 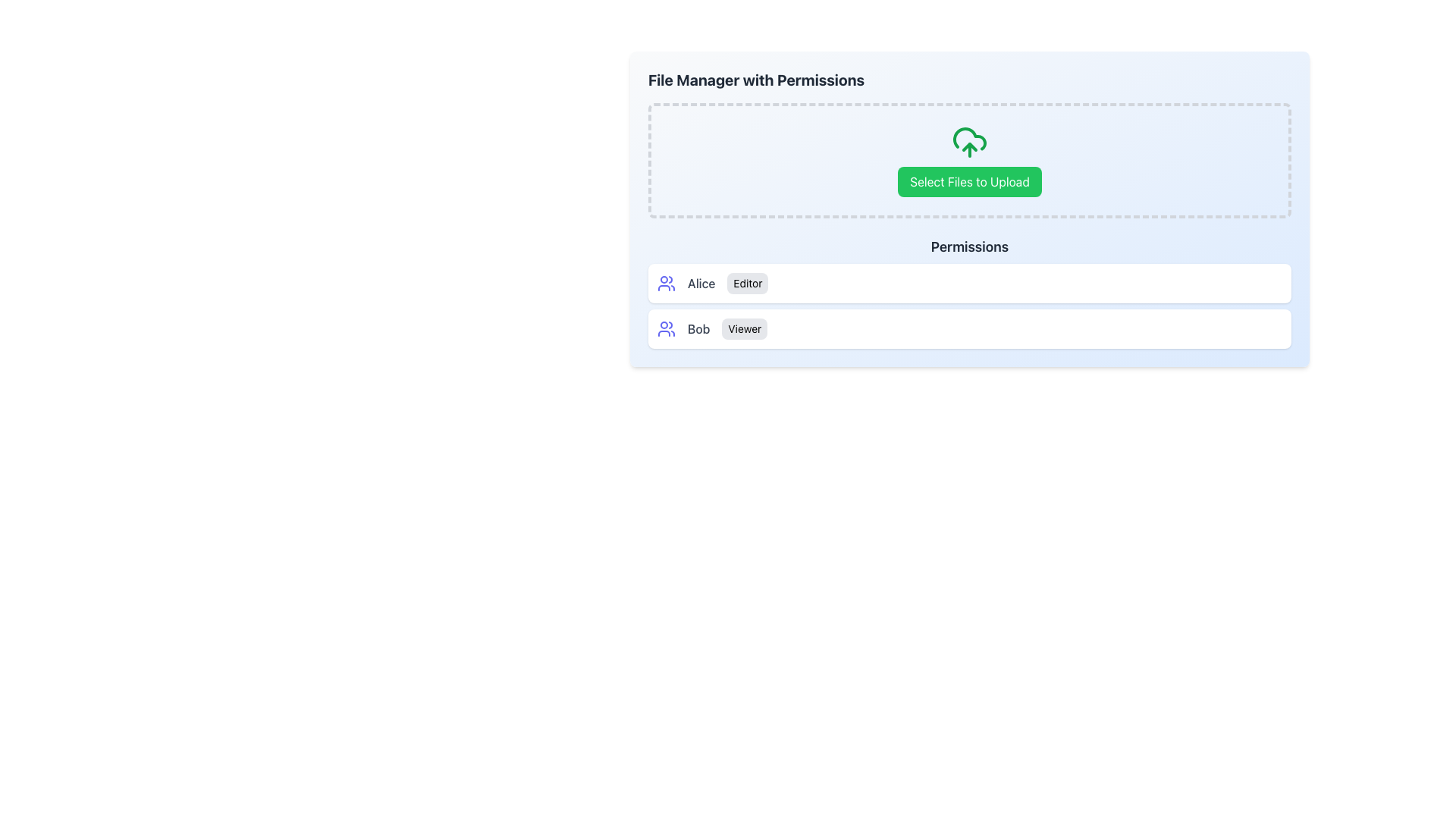 What do you see at coordinates (968, 146) in the screenshot?
I see `the cloud-upload icon located at the top center of the icon group, slightly above the 'Select Files to Upload' button` at bounding box center [968, 146].